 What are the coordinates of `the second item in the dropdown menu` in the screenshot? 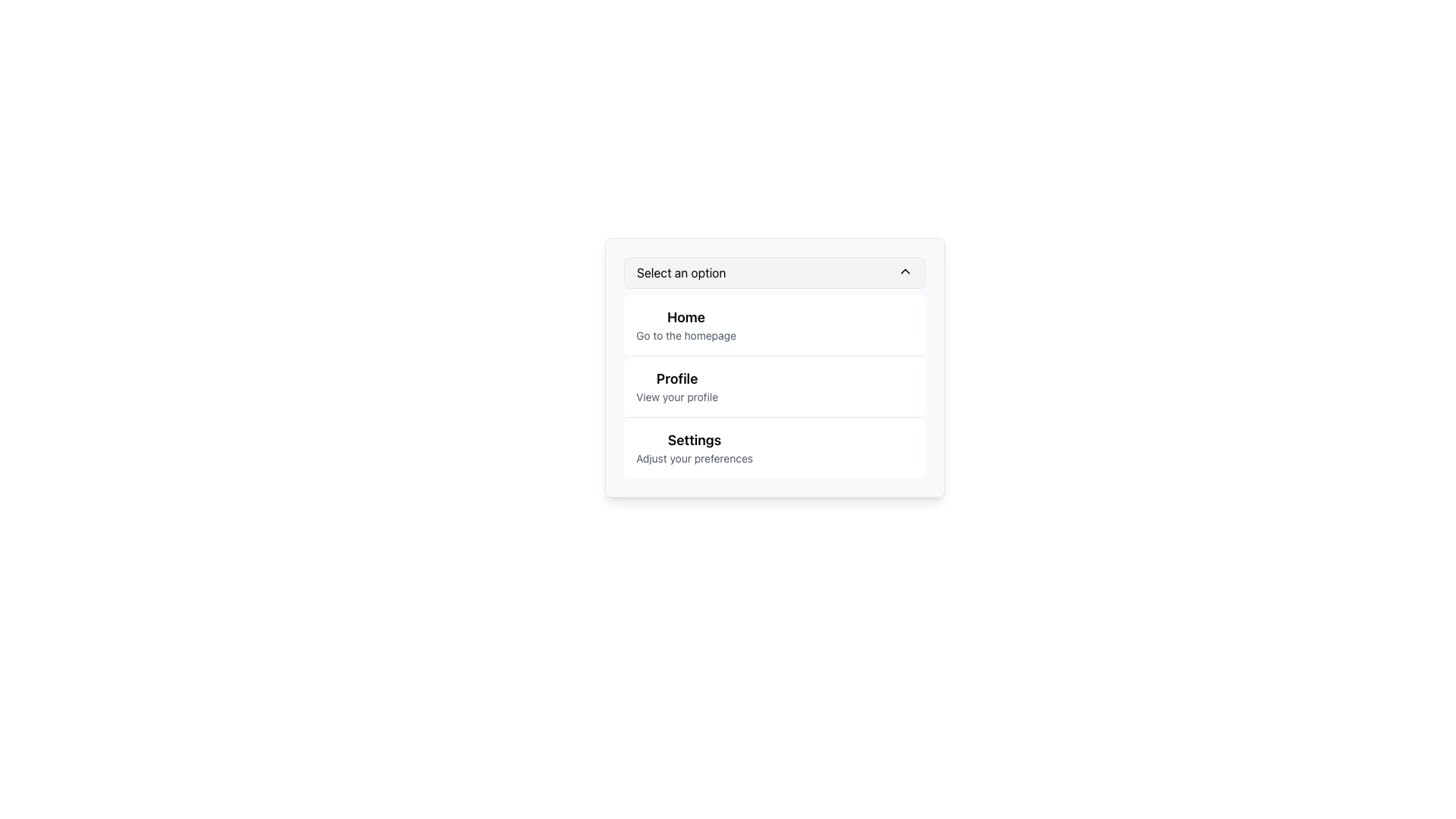 It's located at (775, 368).